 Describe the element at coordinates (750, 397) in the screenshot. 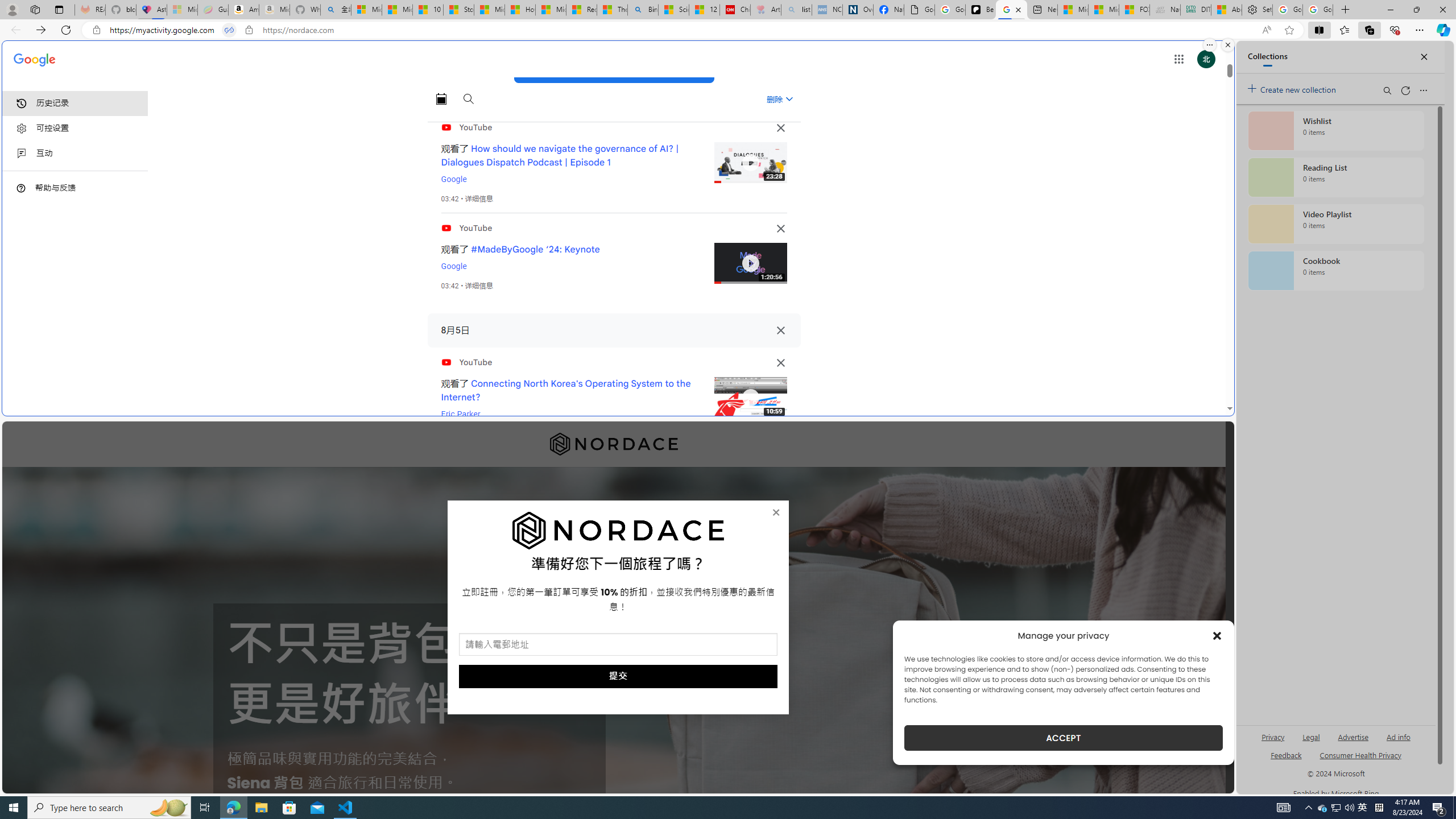

I see `'Class: IVR0f NMm5M'` at that location.